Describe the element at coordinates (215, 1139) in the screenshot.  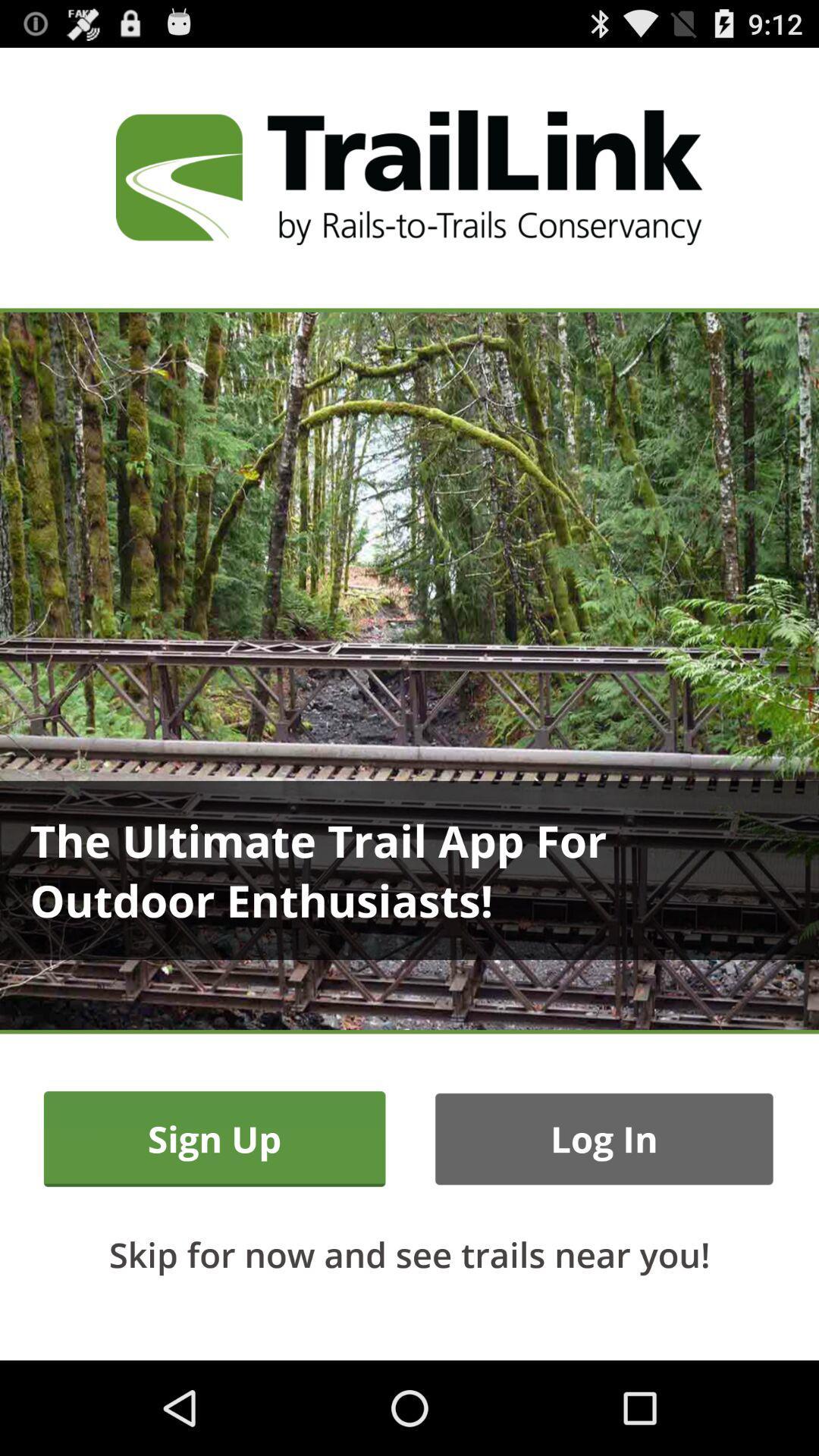
I see `the sign up at the bottom left corner` at that location.